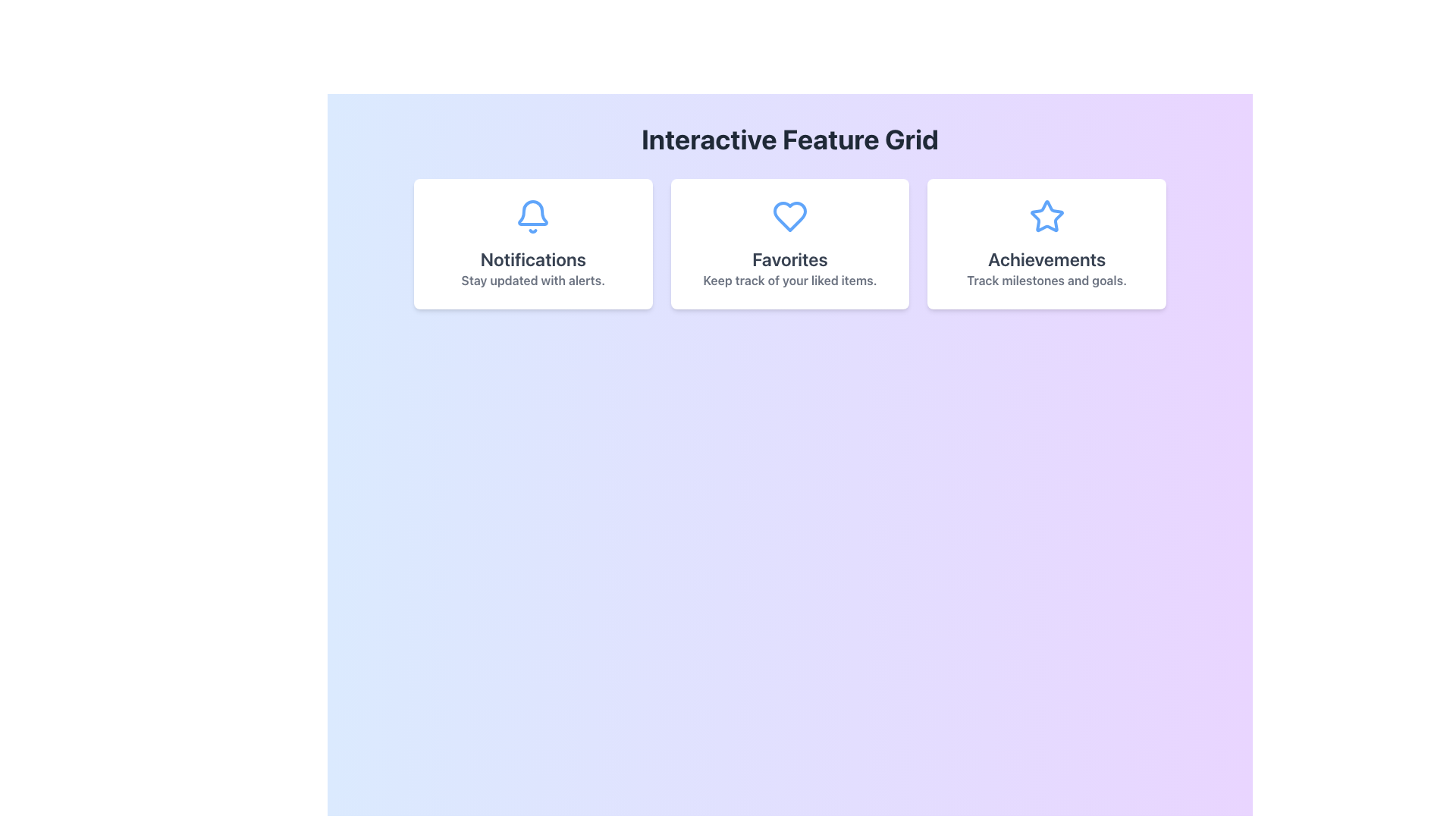 The image size is (1456, 819). Describe the element at coordinates (789, 259) in the screenshot. I see `the 'Favorites' text label, which serves as a title for the corresponding section in the interactive feature grid, located between the 'Notifications' and 'Achievements' cards` at that location.